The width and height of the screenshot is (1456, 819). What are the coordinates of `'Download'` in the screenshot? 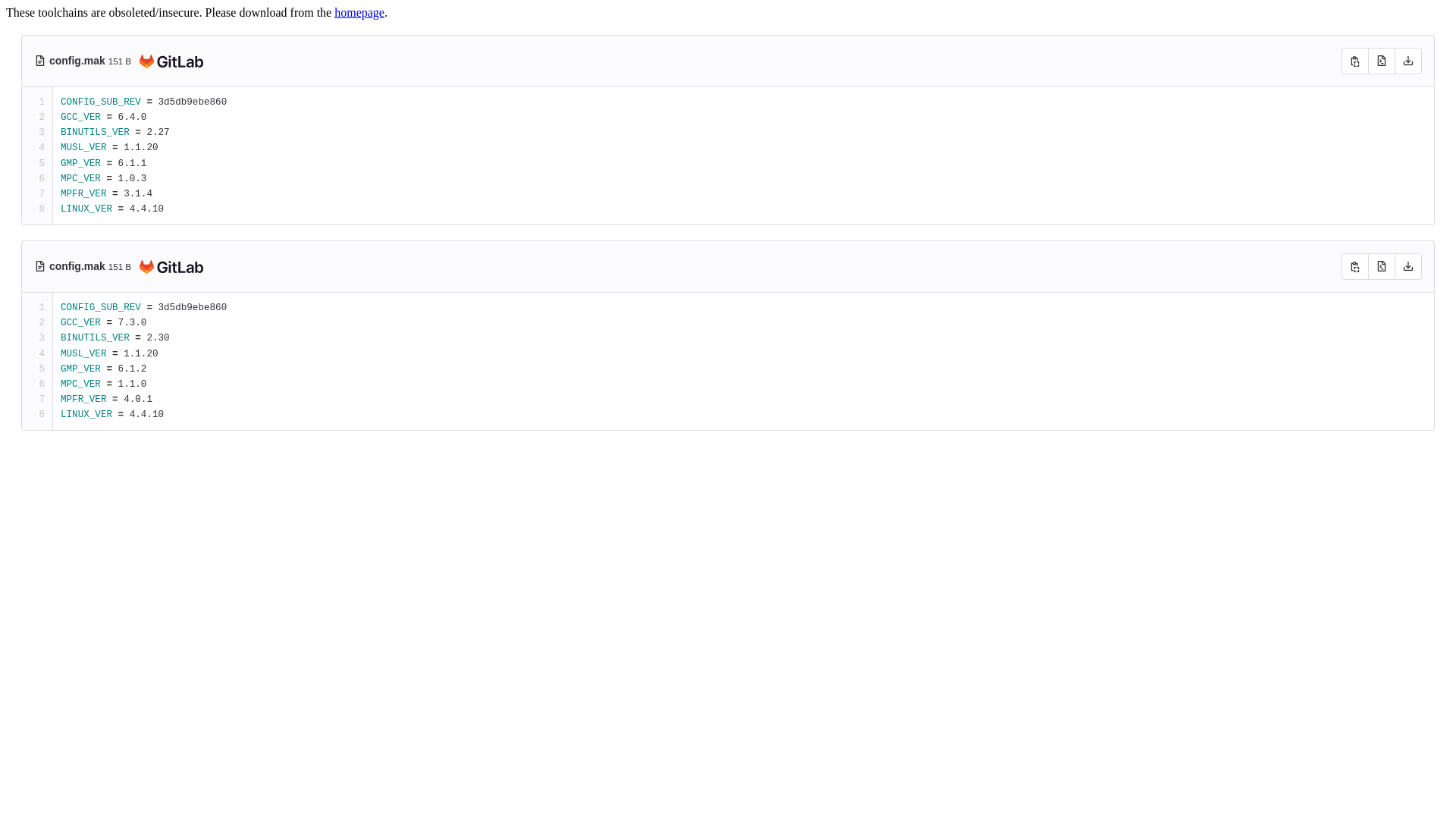 It's located at (1407, 60).